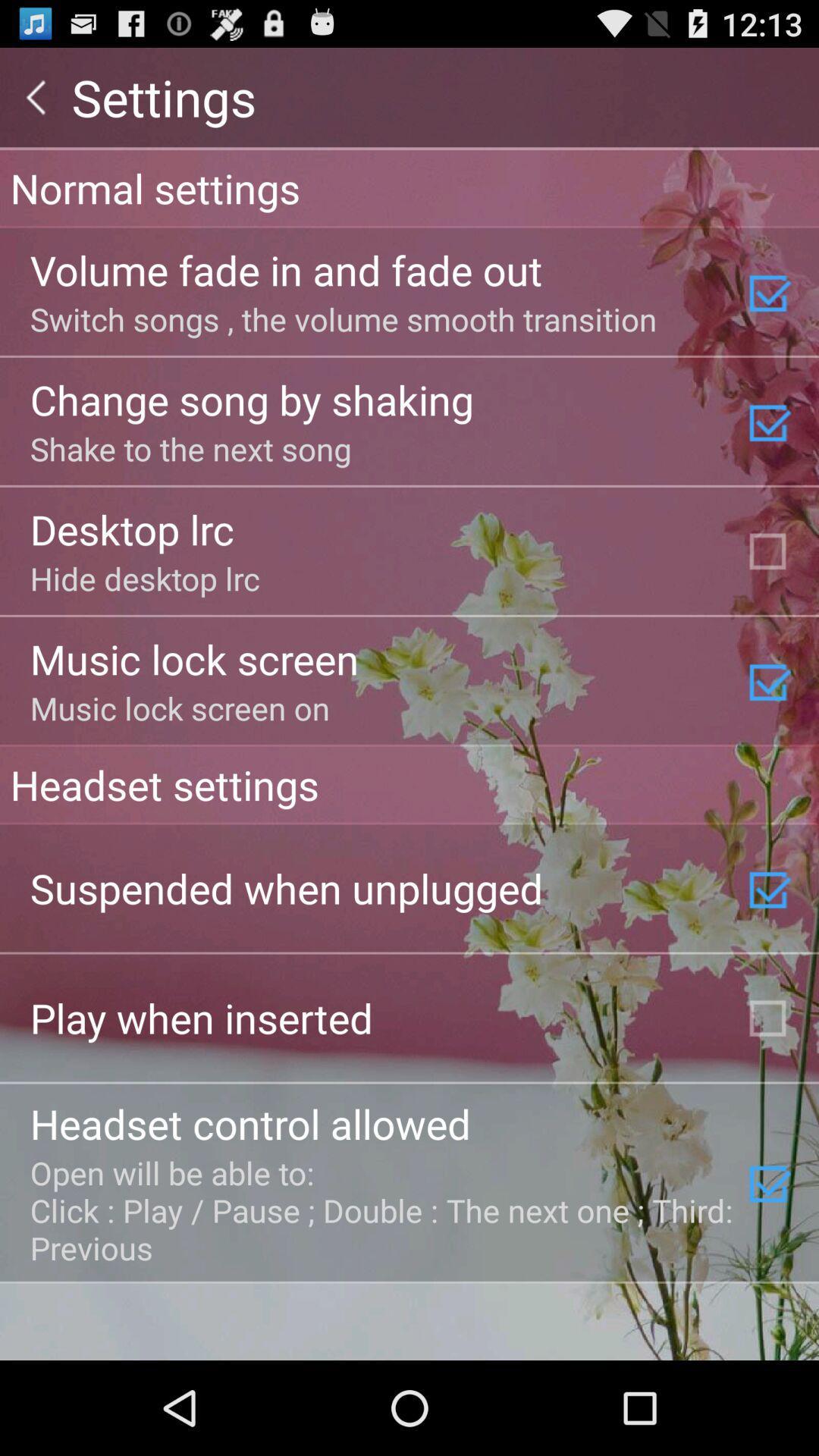  I want to click on the app next to the settings item, so click(35, 96).